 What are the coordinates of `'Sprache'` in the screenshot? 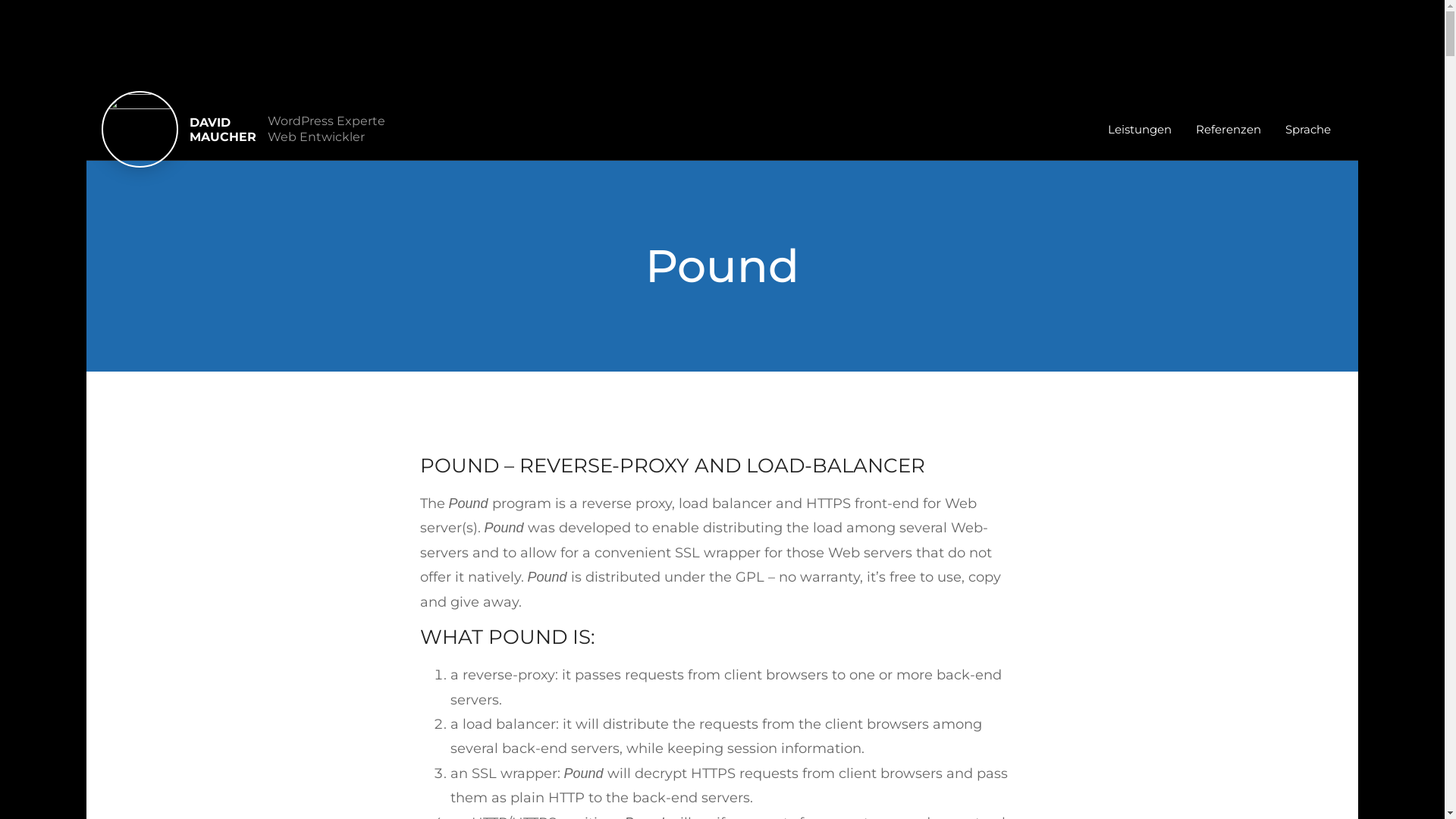 It's located at (1273, 128).